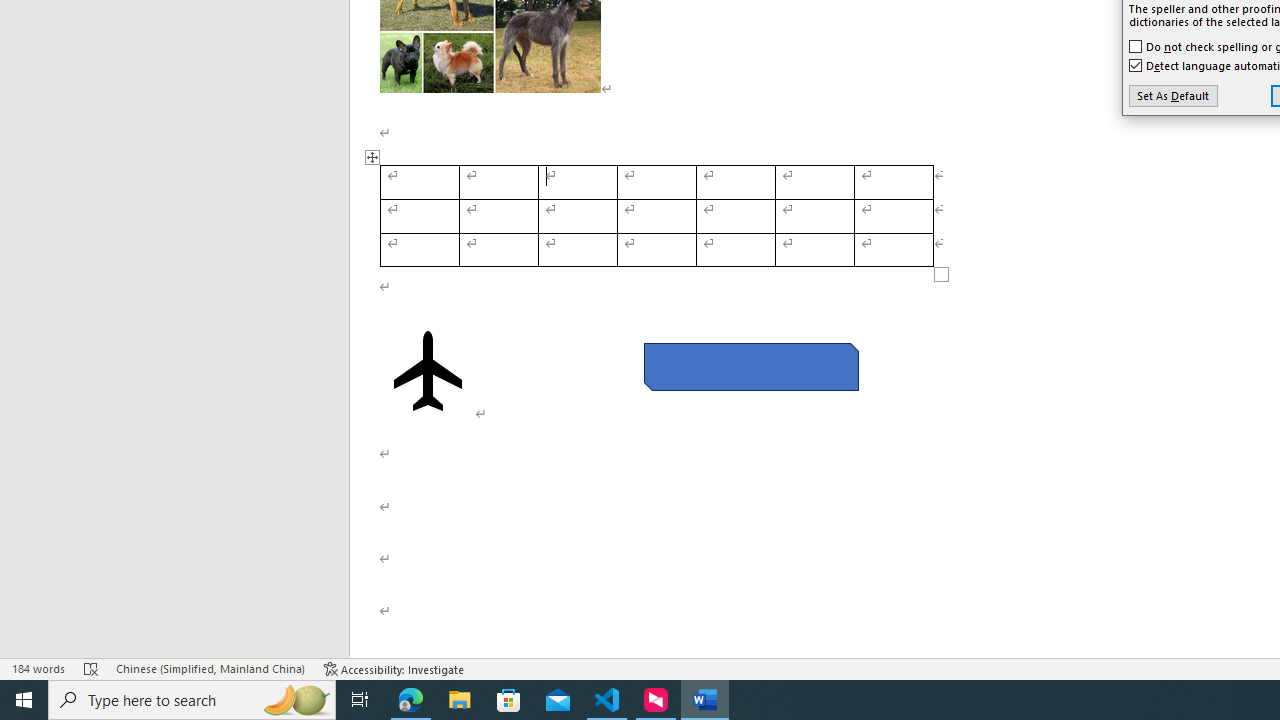  Describe the element at coordinates (606, 698) in the screenshot. I see `'Visual Studio Code - 1 running window'` at that location.